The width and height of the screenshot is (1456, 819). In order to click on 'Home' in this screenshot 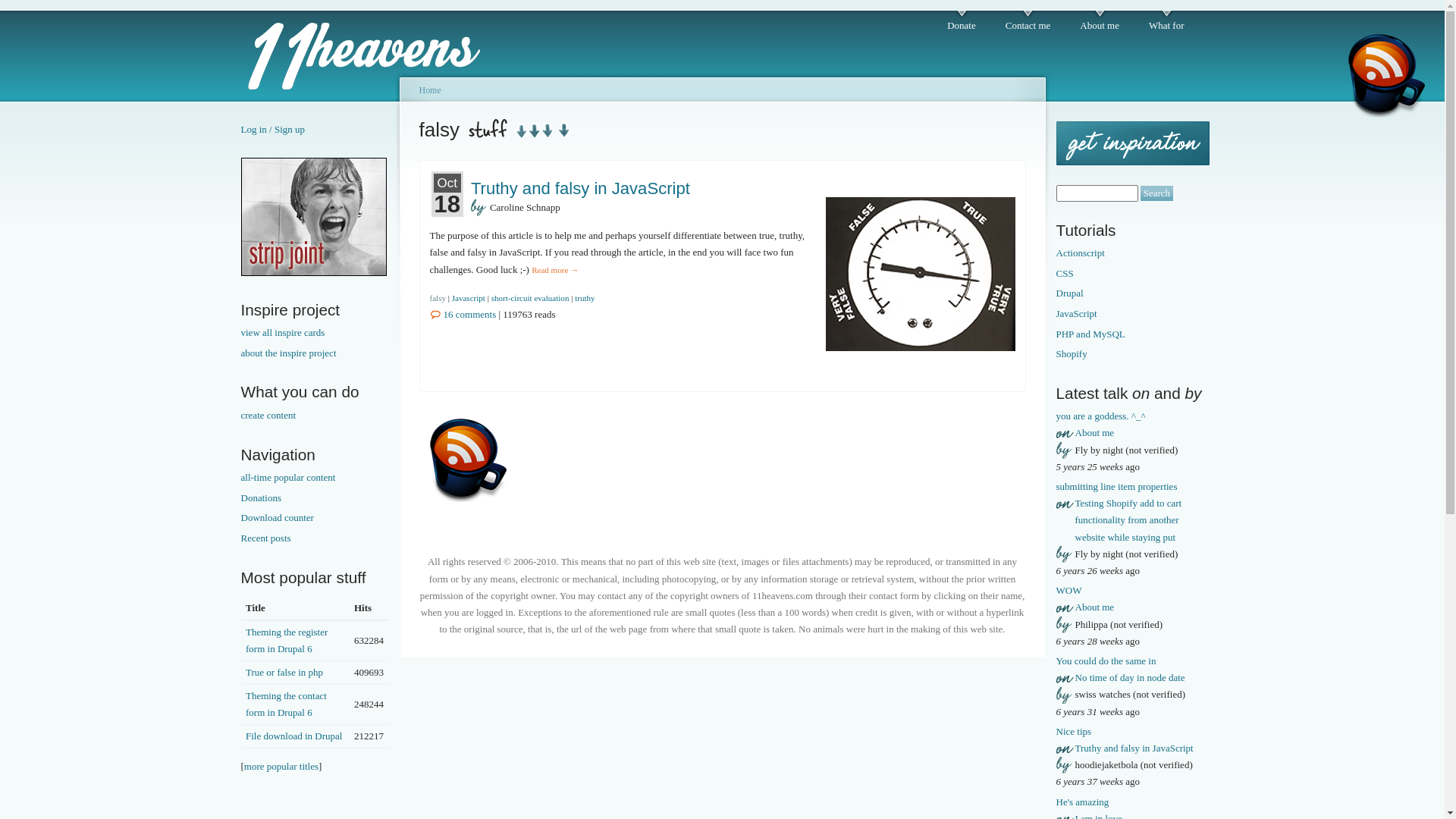, I will do `click(428, 90)`.